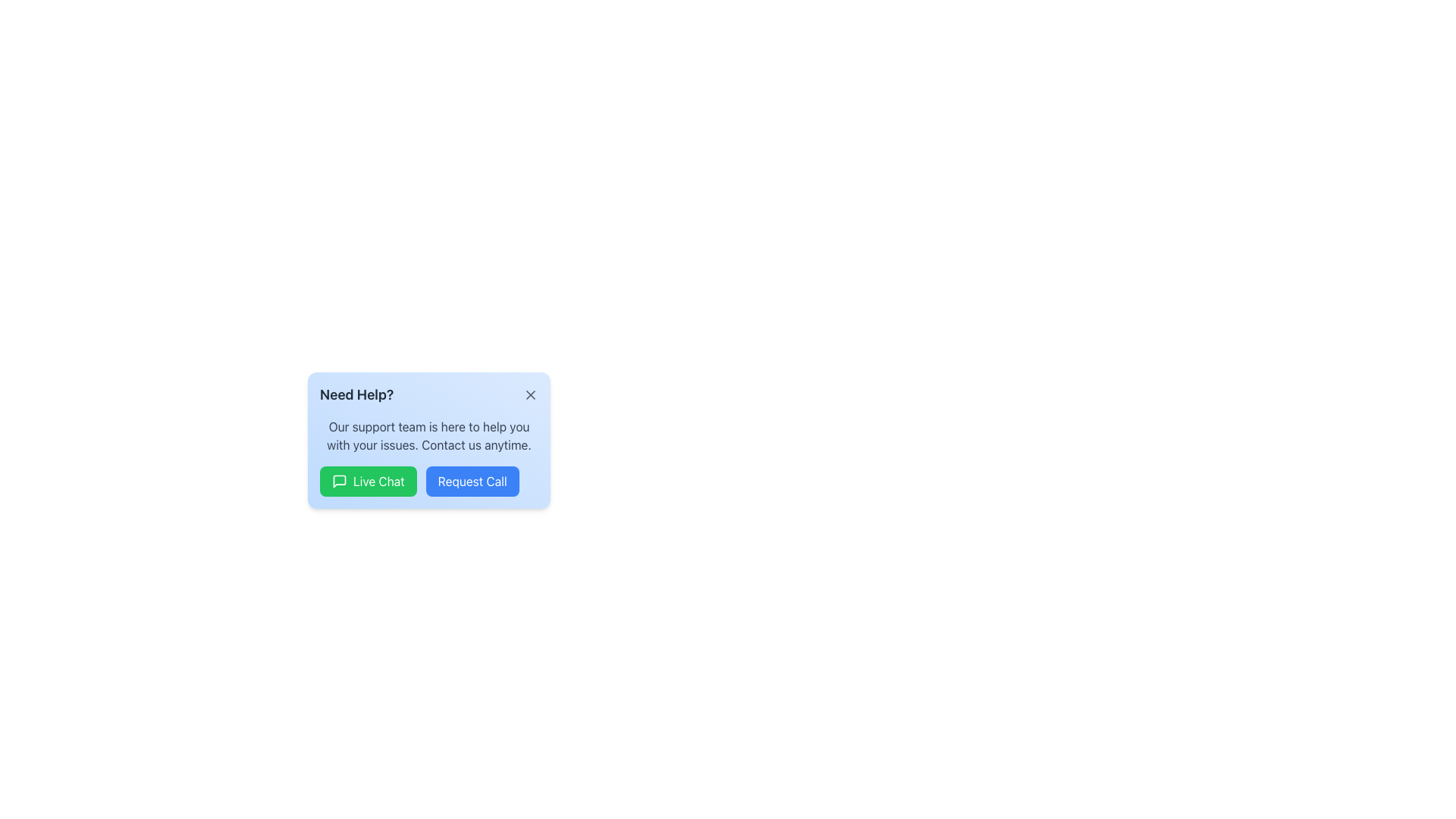 This screenshot has height=819, width=1456. I want to click on the text block stating 'Our support team is here to help you with your issues. Contact us anytime.' which is located in the dialog box under the heading 'Need Help?', so click(428, 435).